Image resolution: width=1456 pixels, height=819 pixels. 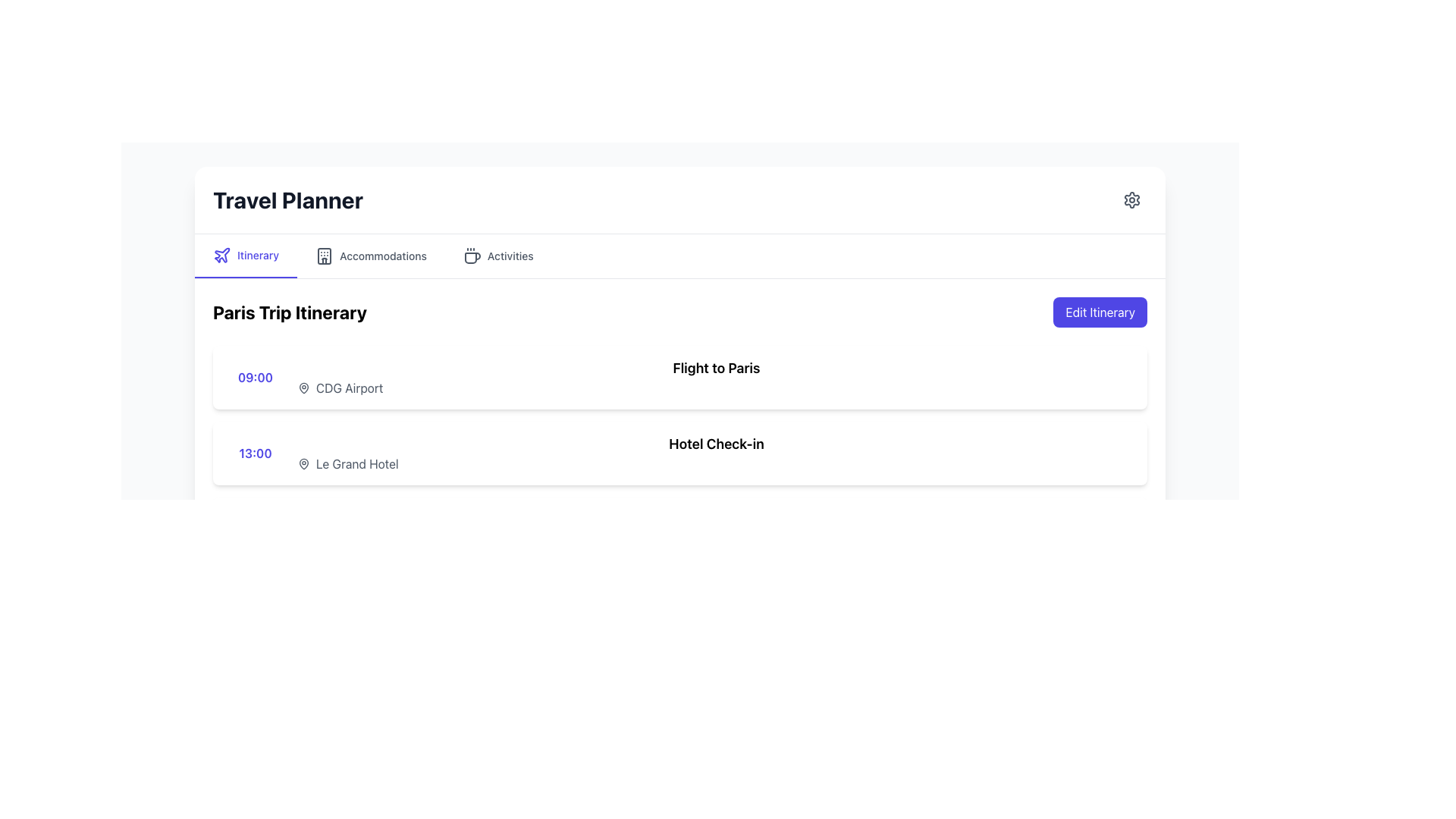 What do you see at coordinates (324, 256) in the screenshot?
I see `the pill-shaped button located between the 'Itinerary' and 'Accommodations' buttons` at bounding box center [324, 256].